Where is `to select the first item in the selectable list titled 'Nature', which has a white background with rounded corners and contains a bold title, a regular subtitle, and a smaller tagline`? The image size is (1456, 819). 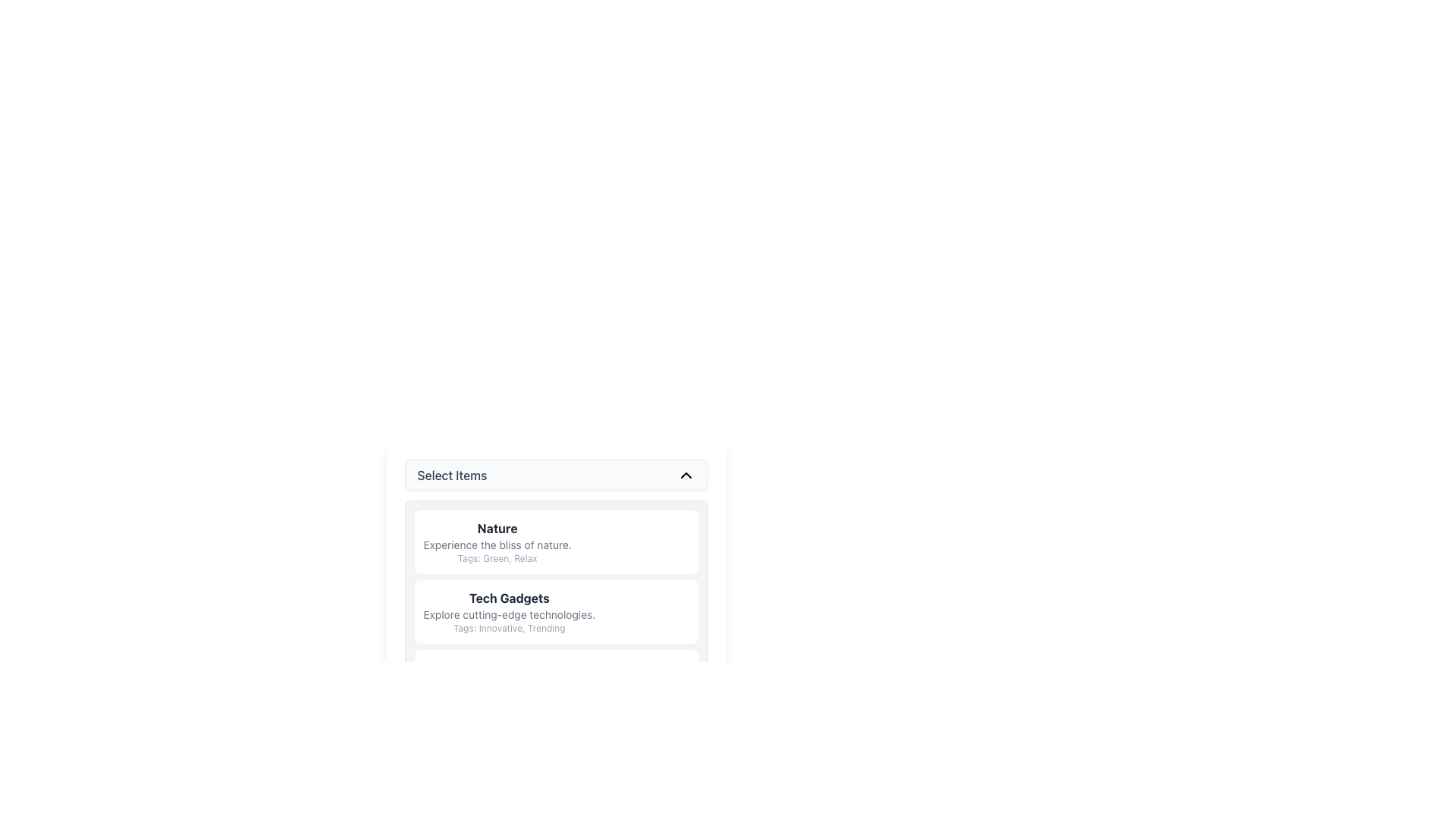 to select the first item in the selectable list titled 'Nature', which has a white background with rounded corners and contains a bold title, a regular subtitle, and a smaller tagline is located at coordinates (555, 529).